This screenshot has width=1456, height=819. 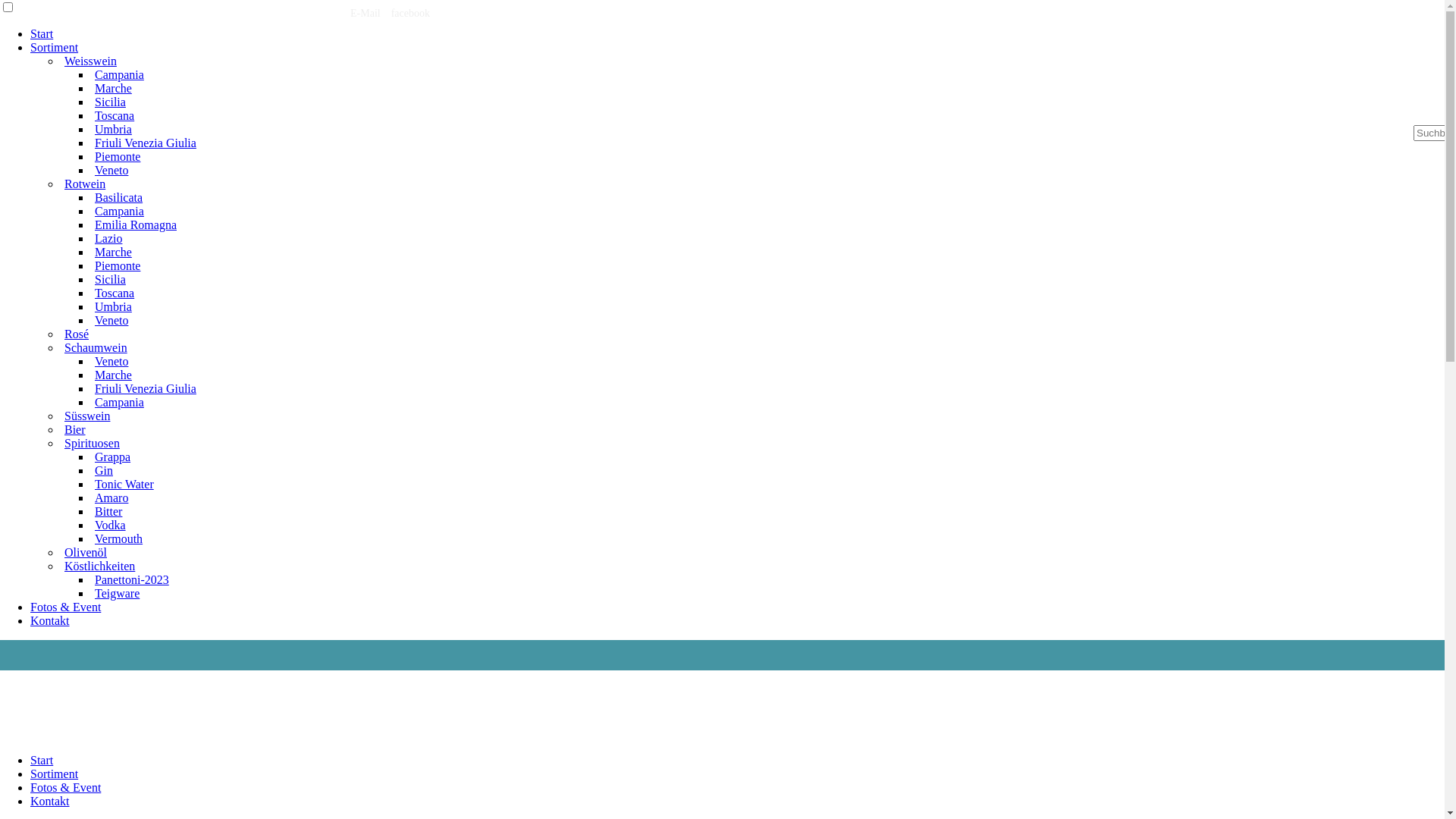 I want to click on 'Rotwein', so click(x=83, y=183).